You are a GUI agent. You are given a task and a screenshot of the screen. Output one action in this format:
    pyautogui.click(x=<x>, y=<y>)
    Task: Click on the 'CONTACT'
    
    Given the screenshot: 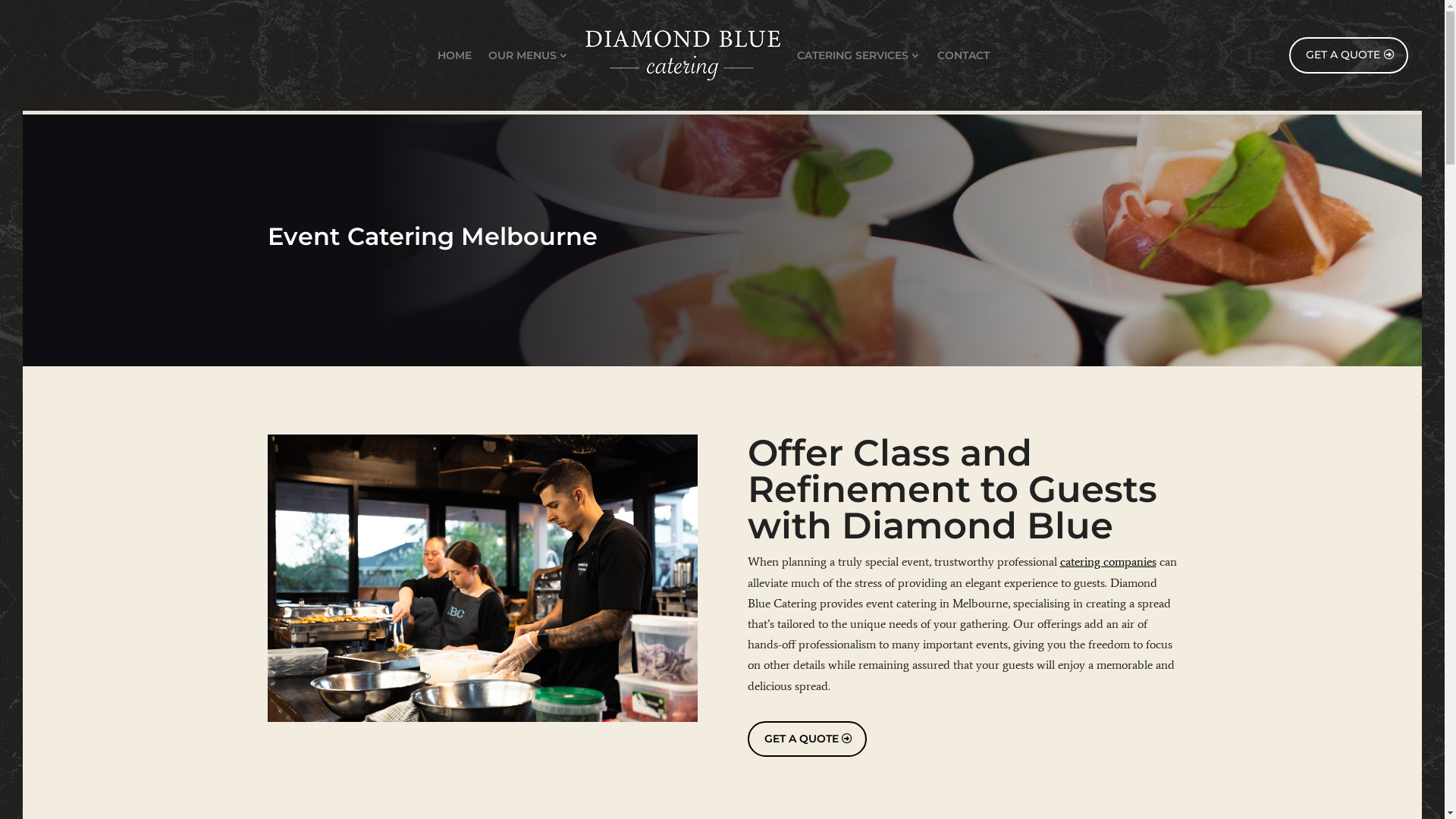 What is the action you would take?
    pyautogui.click(x=962, y=55)
    